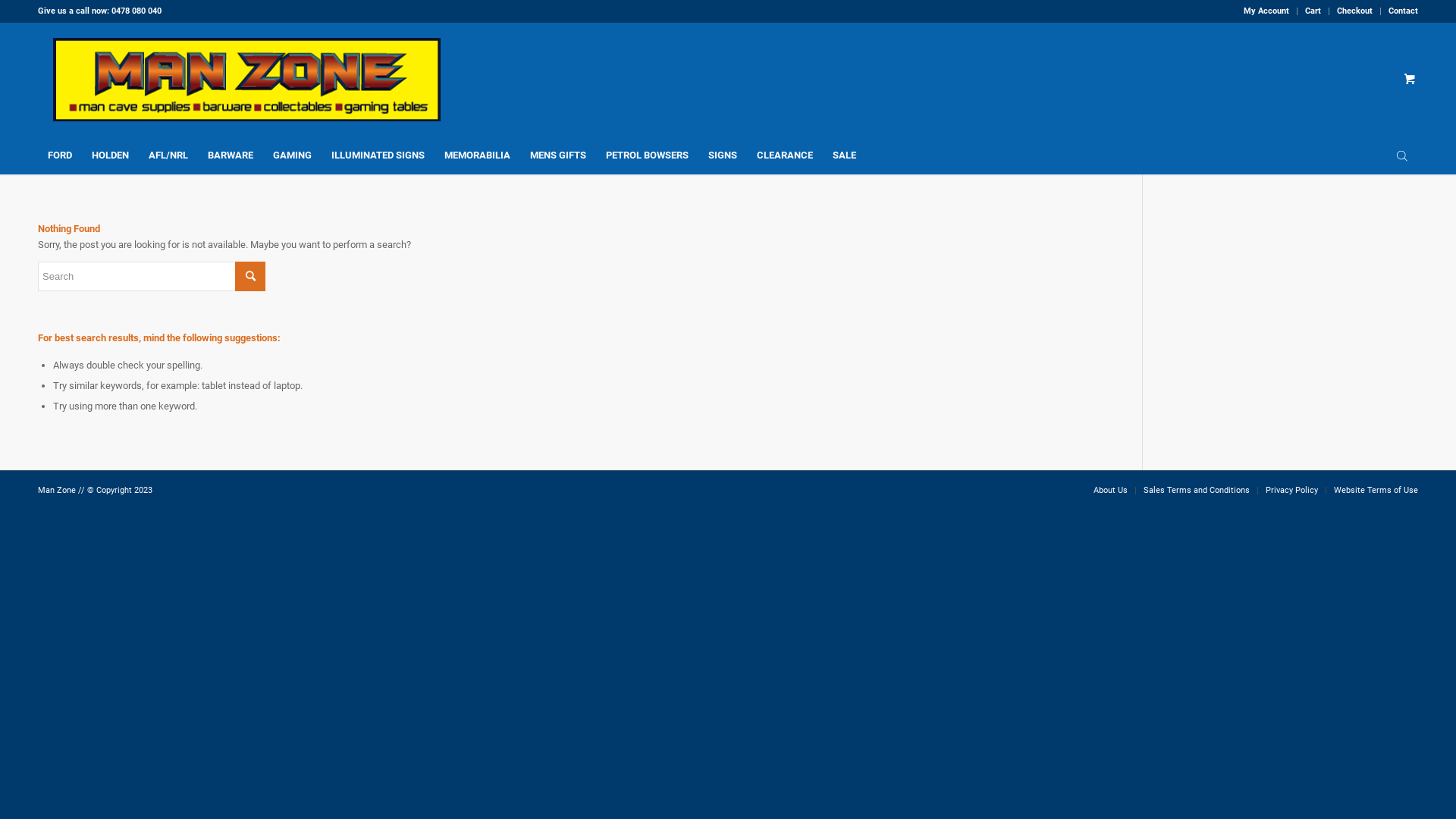 Image resolution: width=1456 pixels, height=819 pixels. Describe the element at coordinates (785, 155) in the screenshot. I see `'CLEARANCE'` at that location.